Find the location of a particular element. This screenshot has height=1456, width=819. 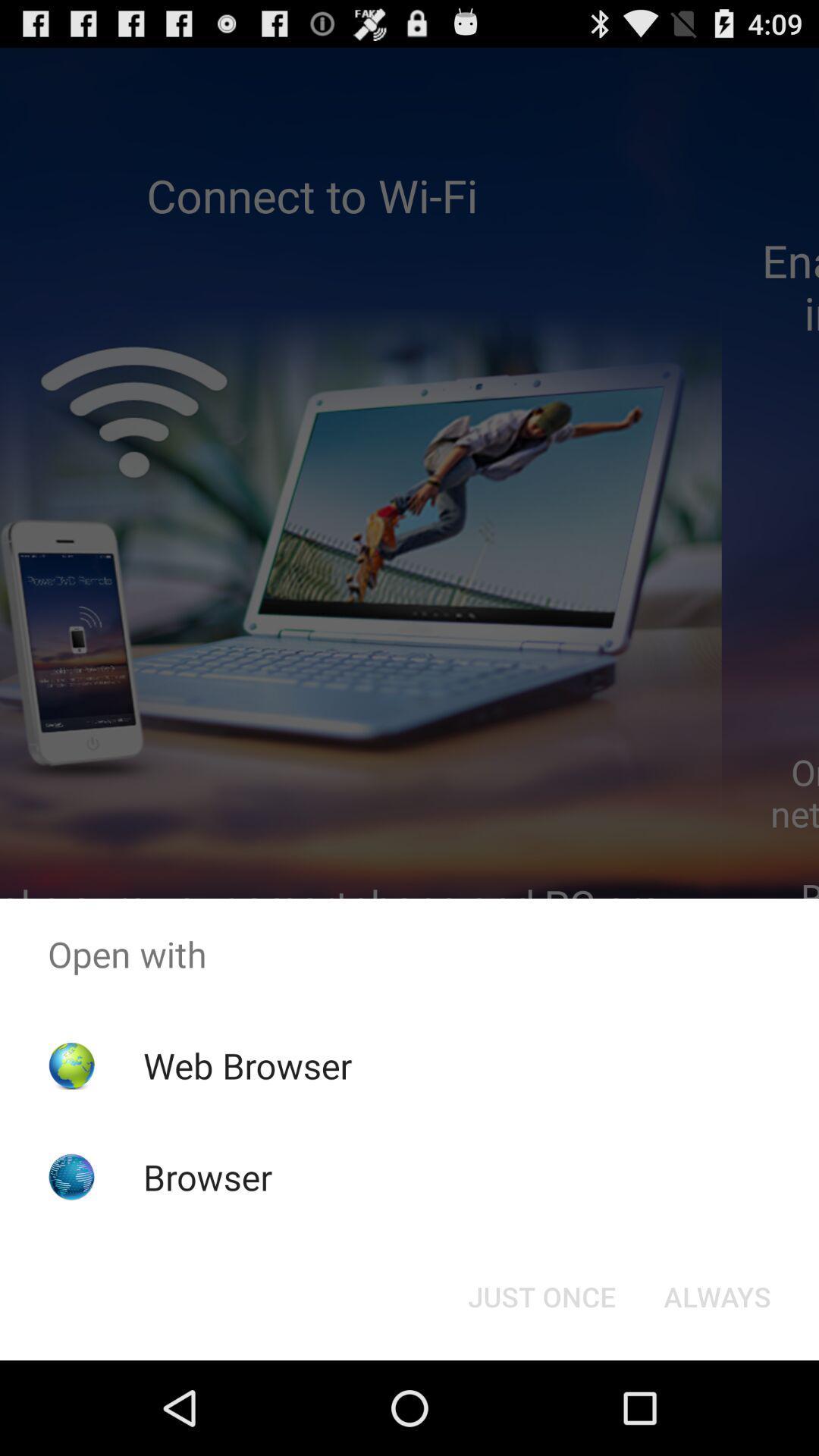

always icon is located at coordinates (717, 1295).